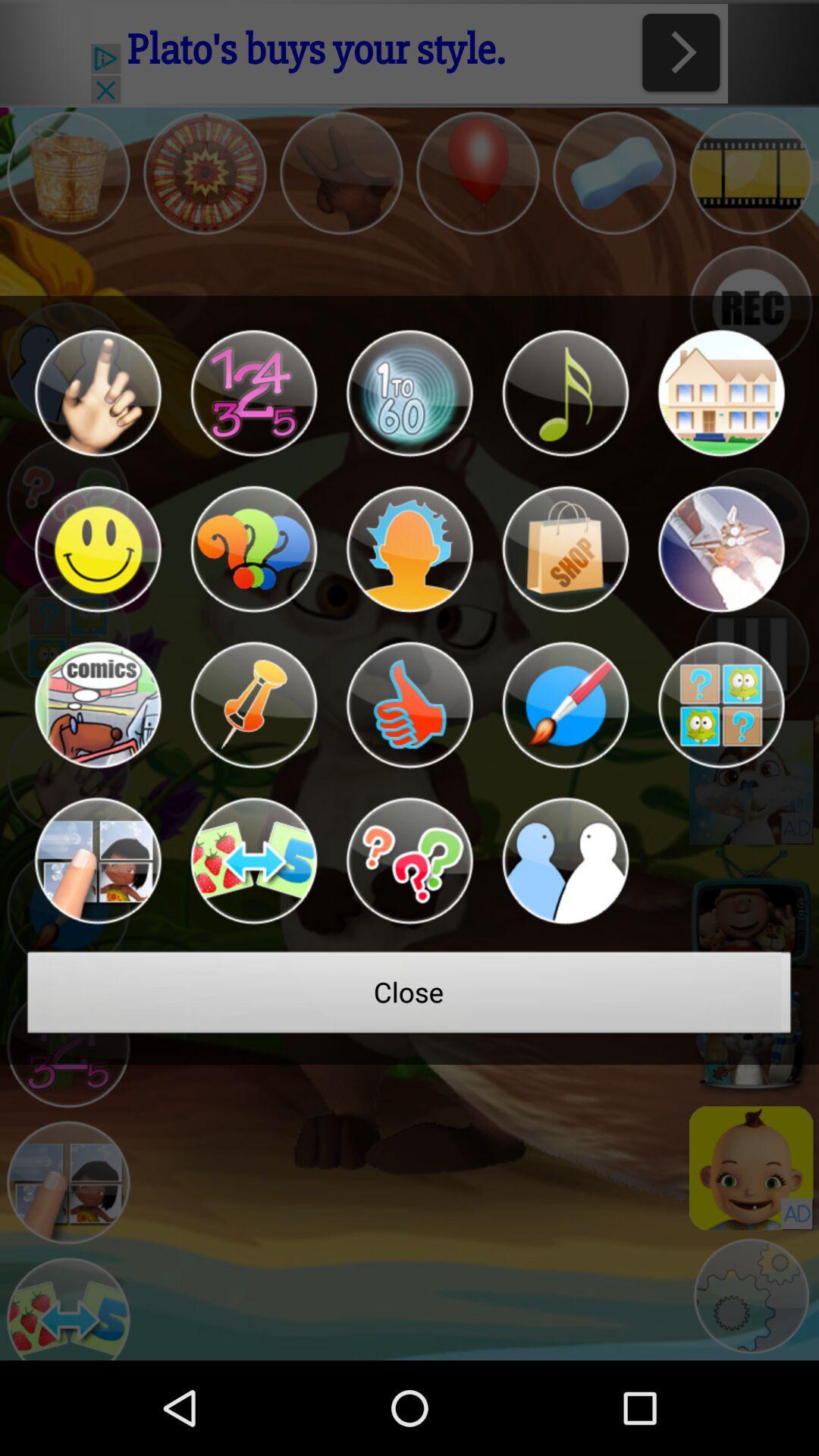  Describe the element at coordinates (253, 861) in the screenshot. I see `a button to select a game` at that location.